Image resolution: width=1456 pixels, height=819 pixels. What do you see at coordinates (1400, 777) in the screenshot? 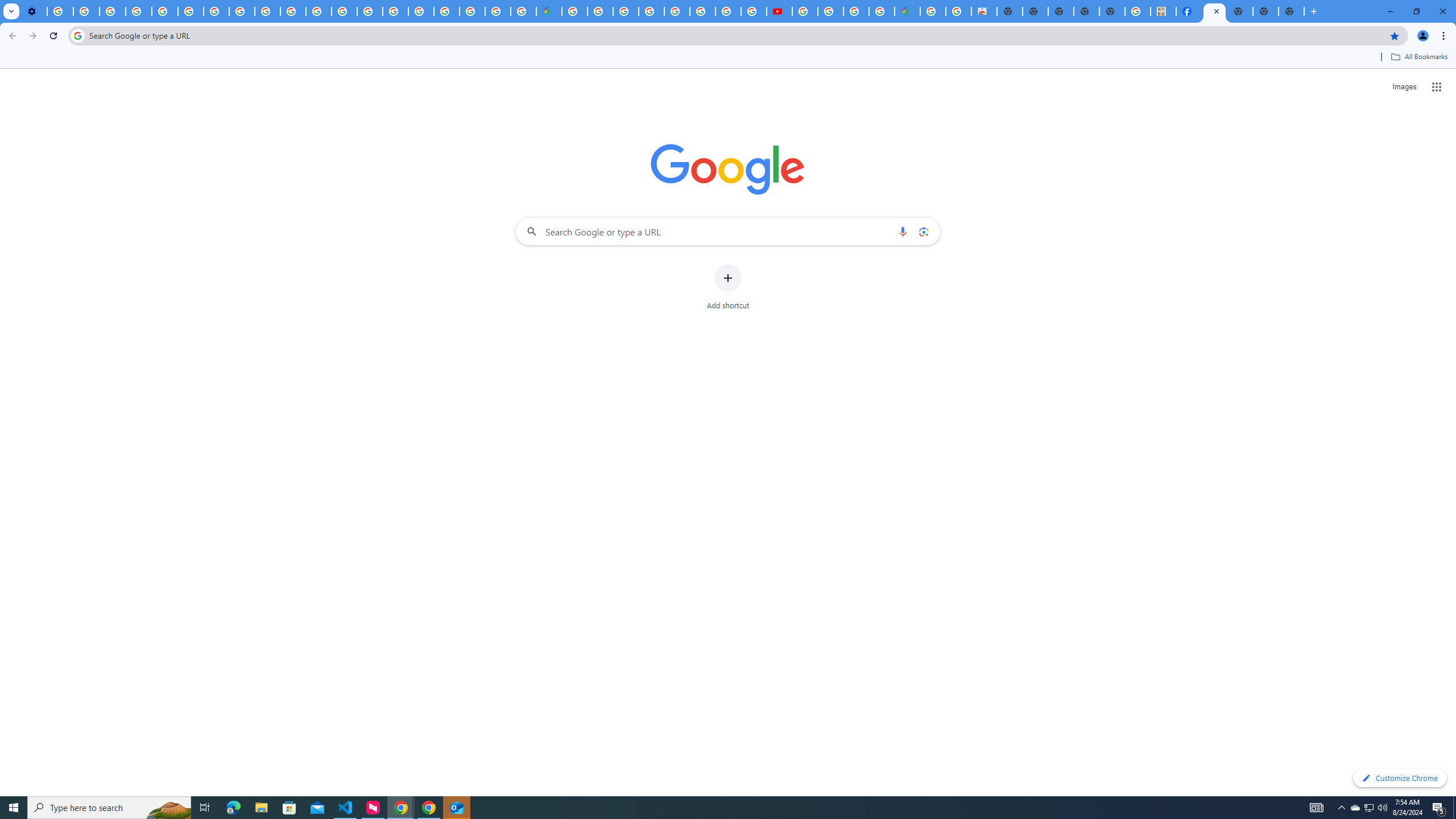
I see `'Customize Chrome'` at bounding box center [1400, 777].